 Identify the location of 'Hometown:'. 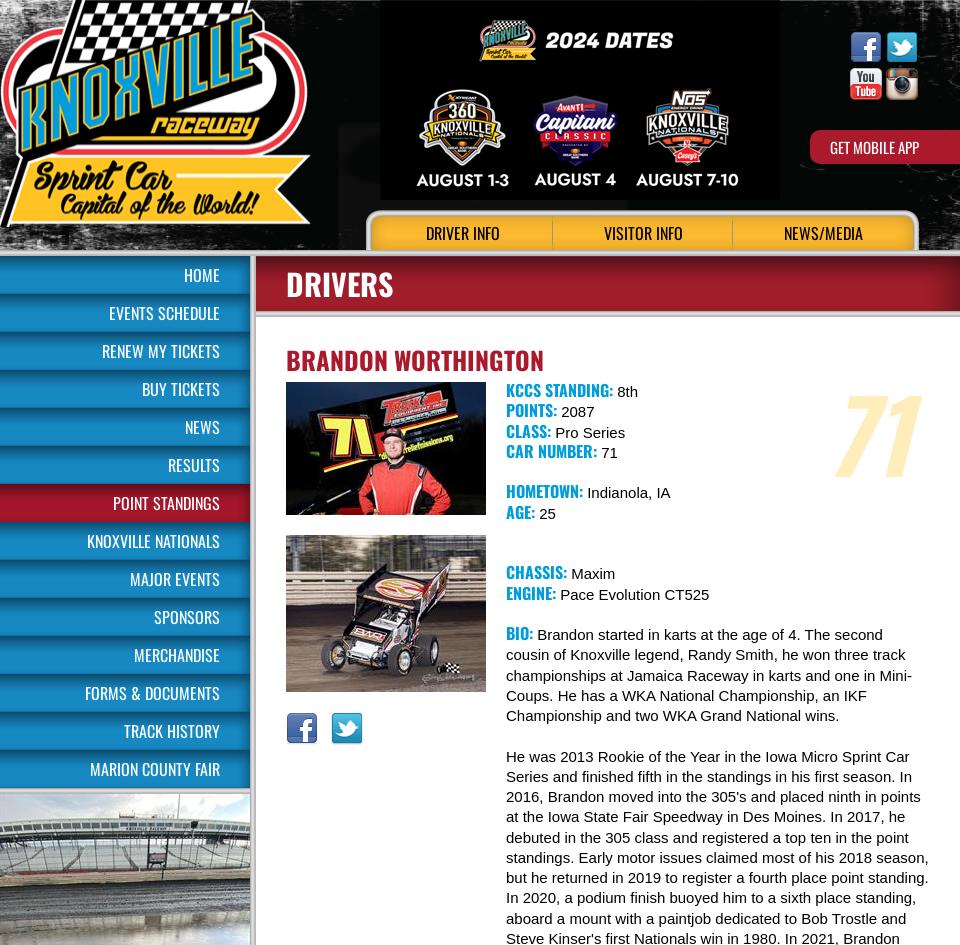
(544, 490).